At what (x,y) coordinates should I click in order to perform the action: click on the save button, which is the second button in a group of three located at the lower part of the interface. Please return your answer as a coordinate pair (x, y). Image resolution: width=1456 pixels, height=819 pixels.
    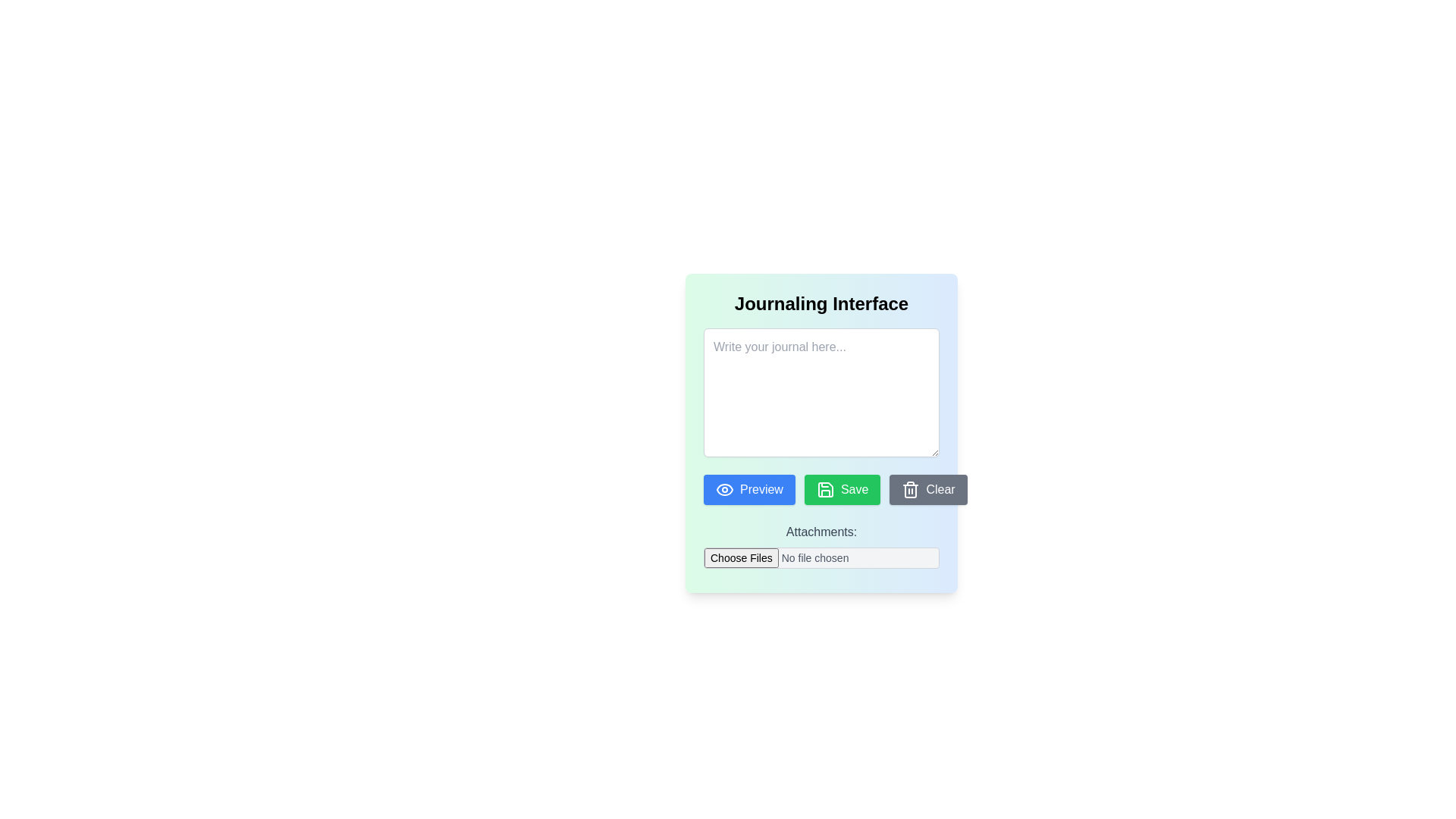
    Looking at the image, I should click on (842, 489).